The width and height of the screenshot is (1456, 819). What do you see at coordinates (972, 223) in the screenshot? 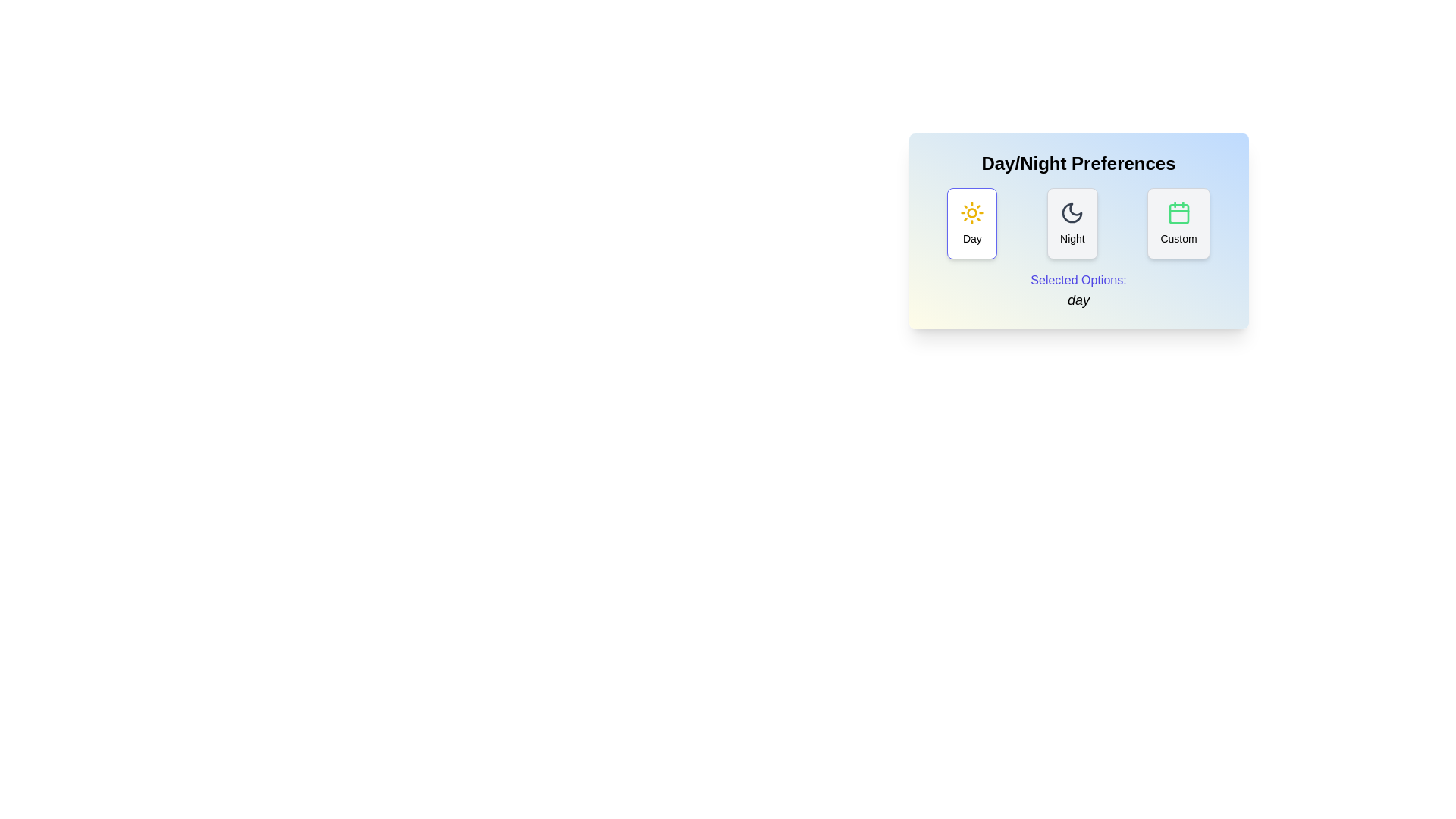
I see `the visual elements for the option Day to inspect its icon and label` at bounding box center [972, 223].